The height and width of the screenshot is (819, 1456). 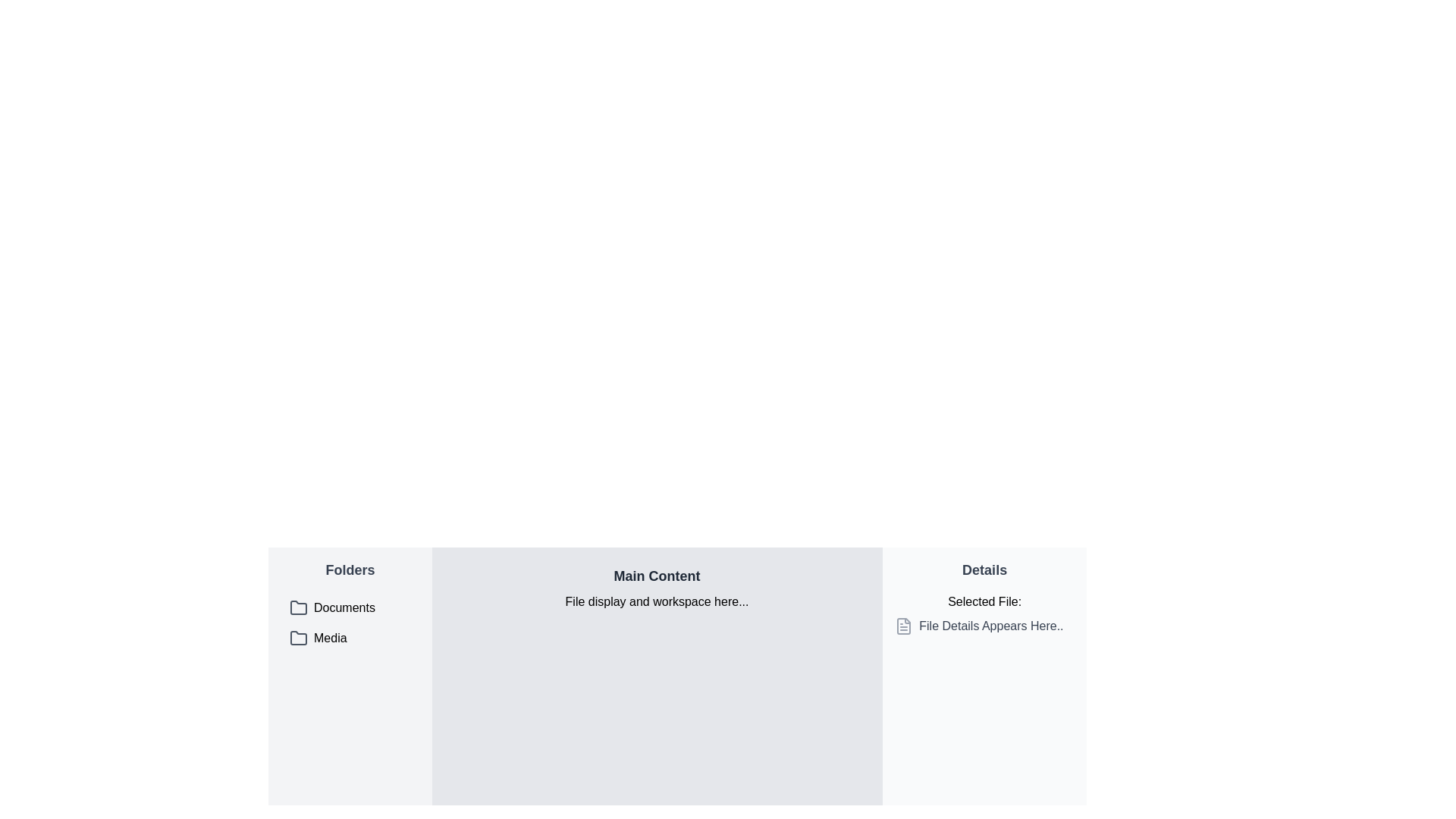 What do you see at coordinates (349, 570) in the screenshot?
I see `the 'Folders' text label, which is styled in bold and medium-large size, located at the top-left corner of the side menu` at bounding box center [349, 570].